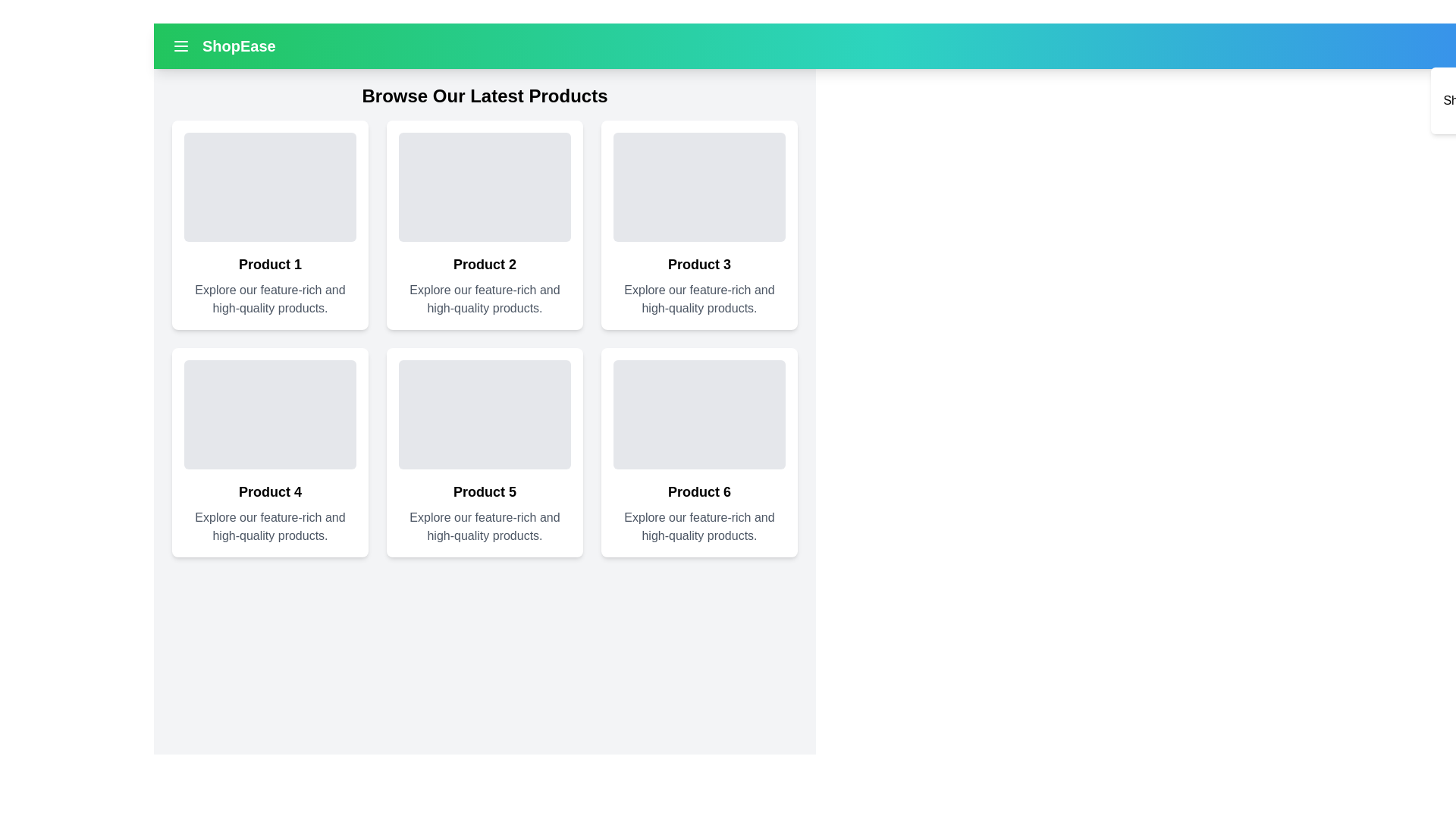 This screenshot has height=819, width=1456. I want to click on the image placeholder for 'Product 3', which is located at the top of the section above its title and description, so click(698, 186).